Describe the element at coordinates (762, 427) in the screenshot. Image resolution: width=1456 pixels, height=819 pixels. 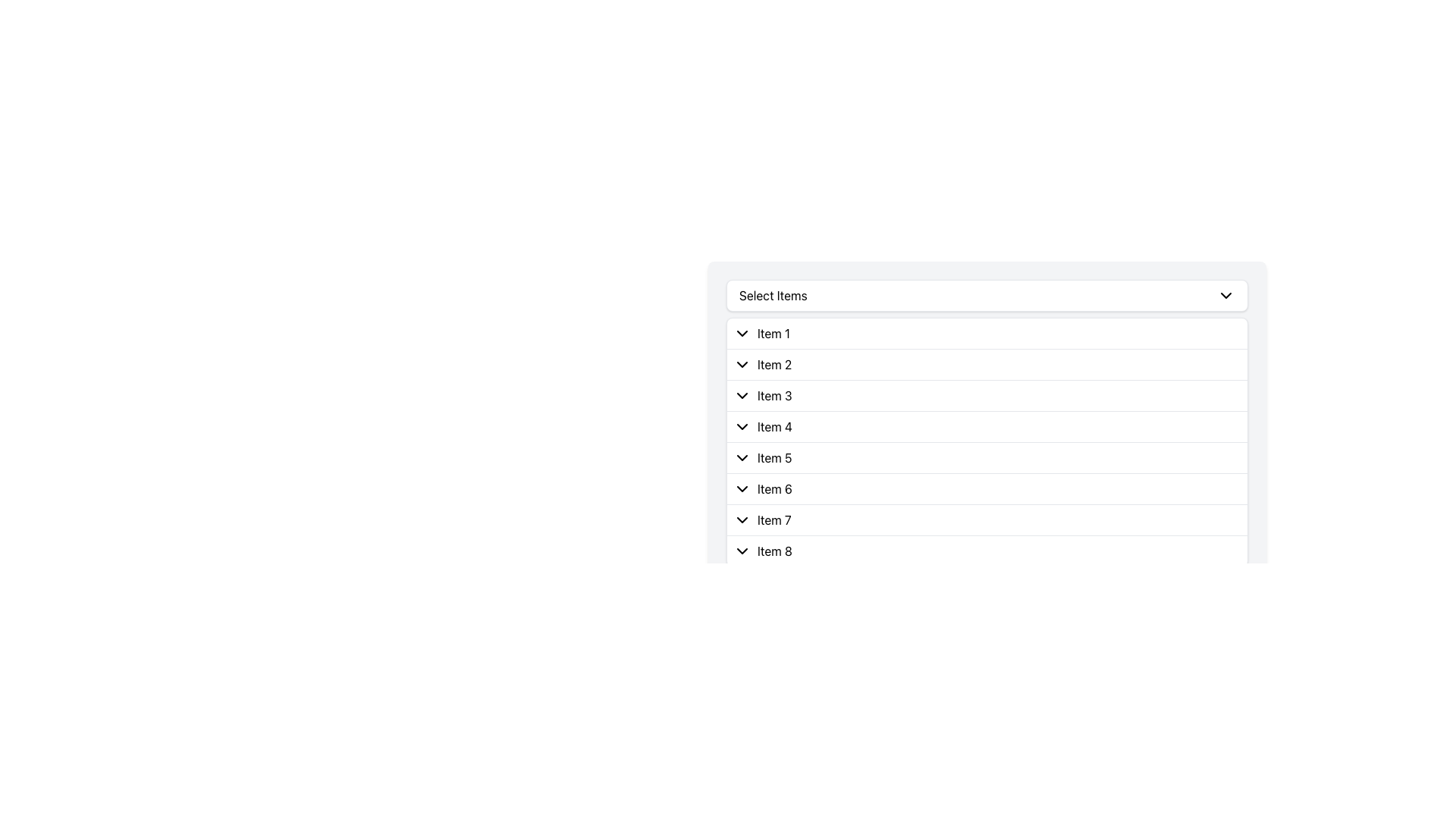
I see `the fourth entry in the list menu that contains an icon and text` at that location.